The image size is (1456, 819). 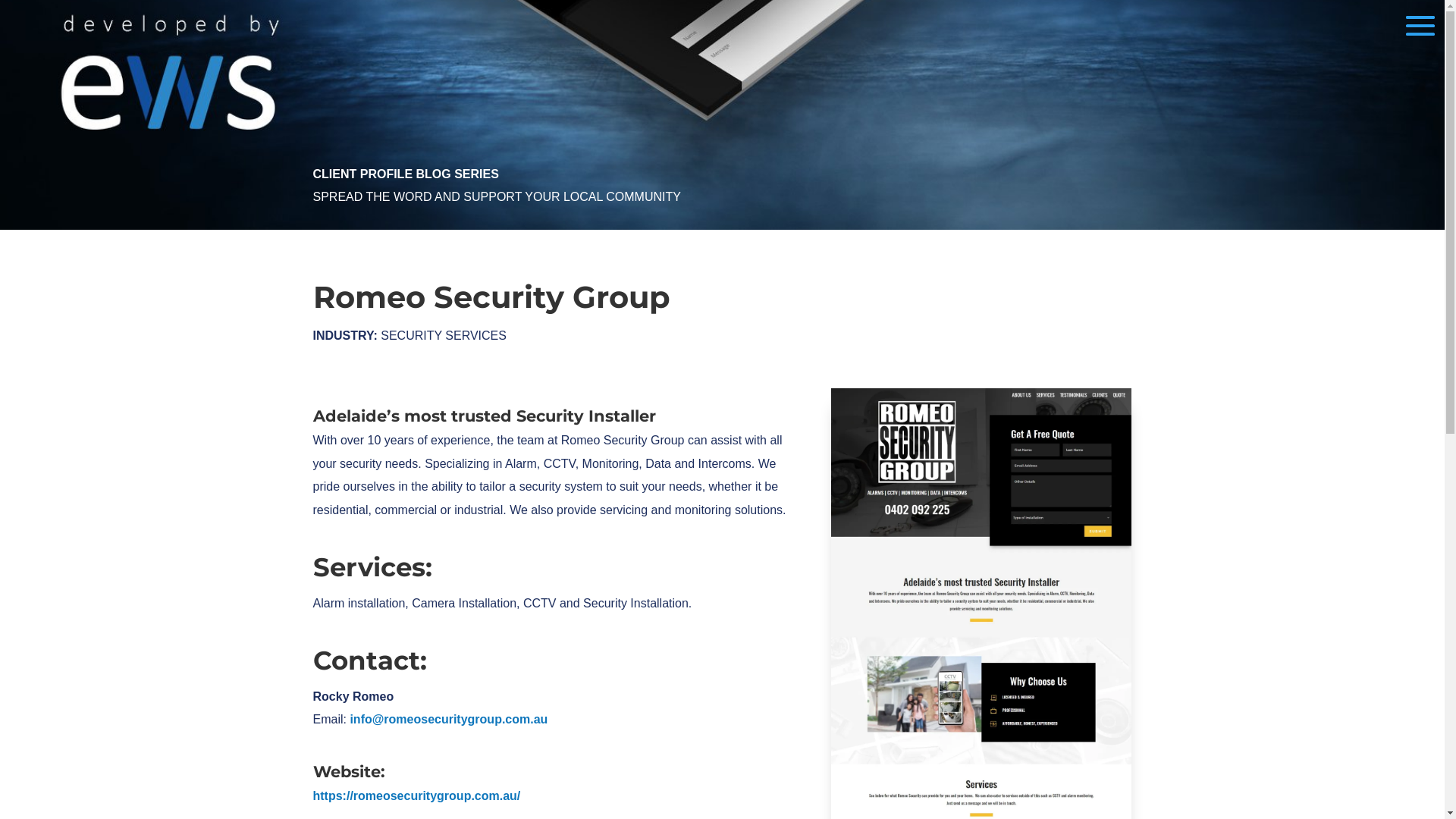 I want to click on 'https://romeosecuritygroup.com.au/', so click(x=416, y=795).